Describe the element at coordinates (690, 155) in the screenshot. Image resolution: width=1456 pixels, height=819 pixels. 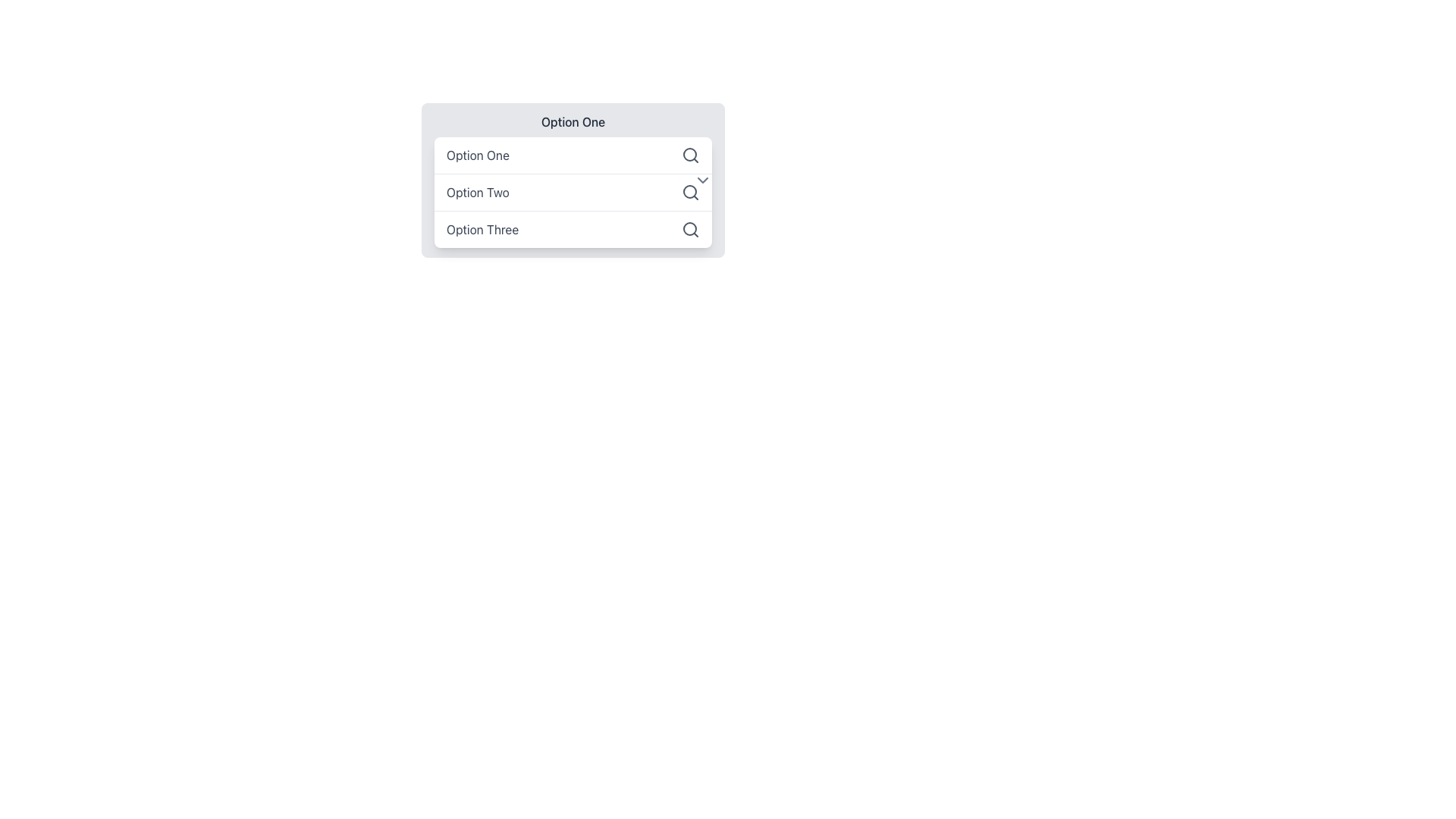
I see `the magnifying glass icon located on the right side of the 'Option One' text` at that location.